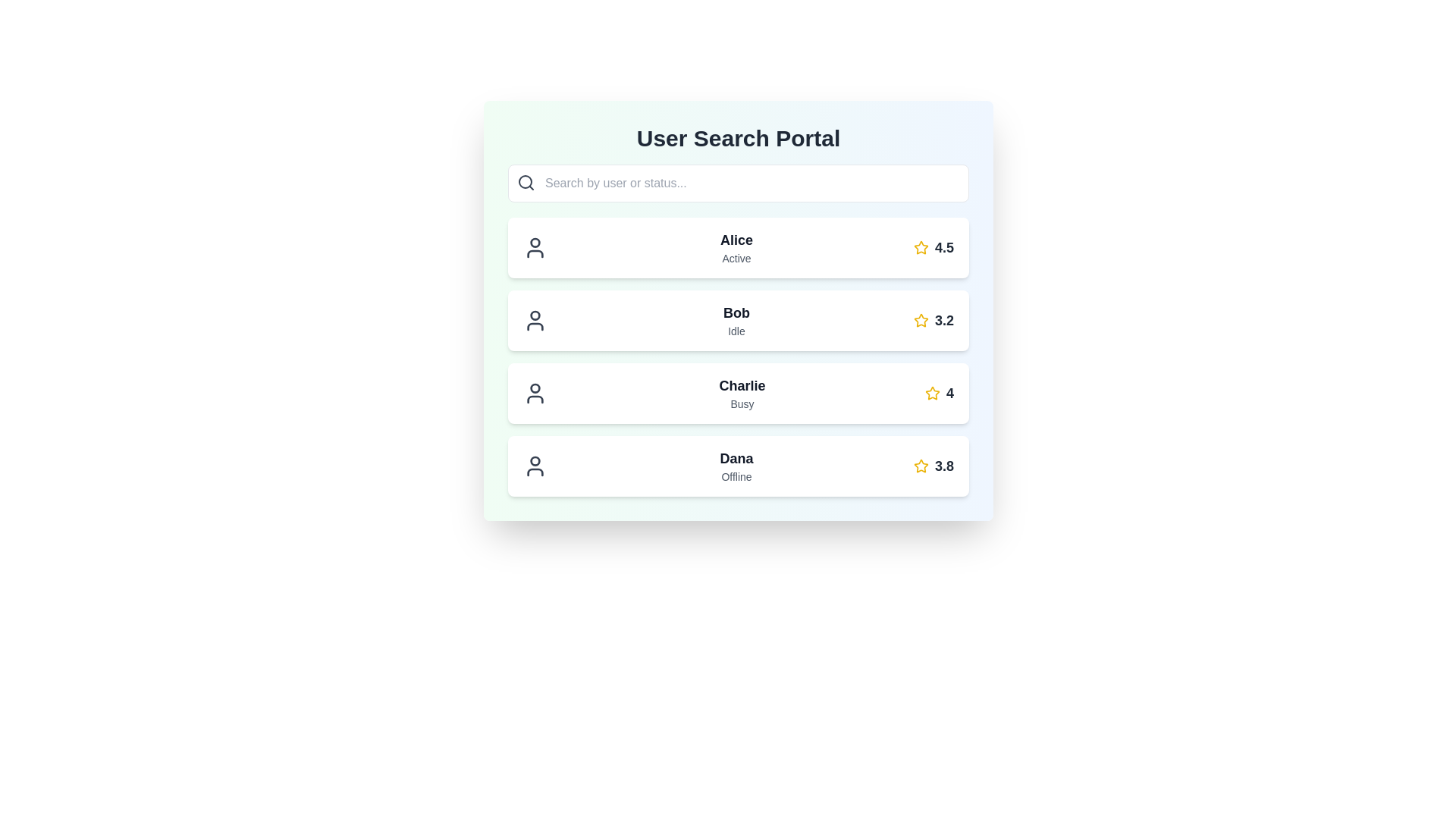 The height and width of the screenshot is (819, 1456). Describe the element at coordinates (943, 247) in the screenshot. I see `the text displaying the value '4.5', which is styled in bold gray font and located next to a yellow star icon indicating a rating system for user 'Alice'` at that location.